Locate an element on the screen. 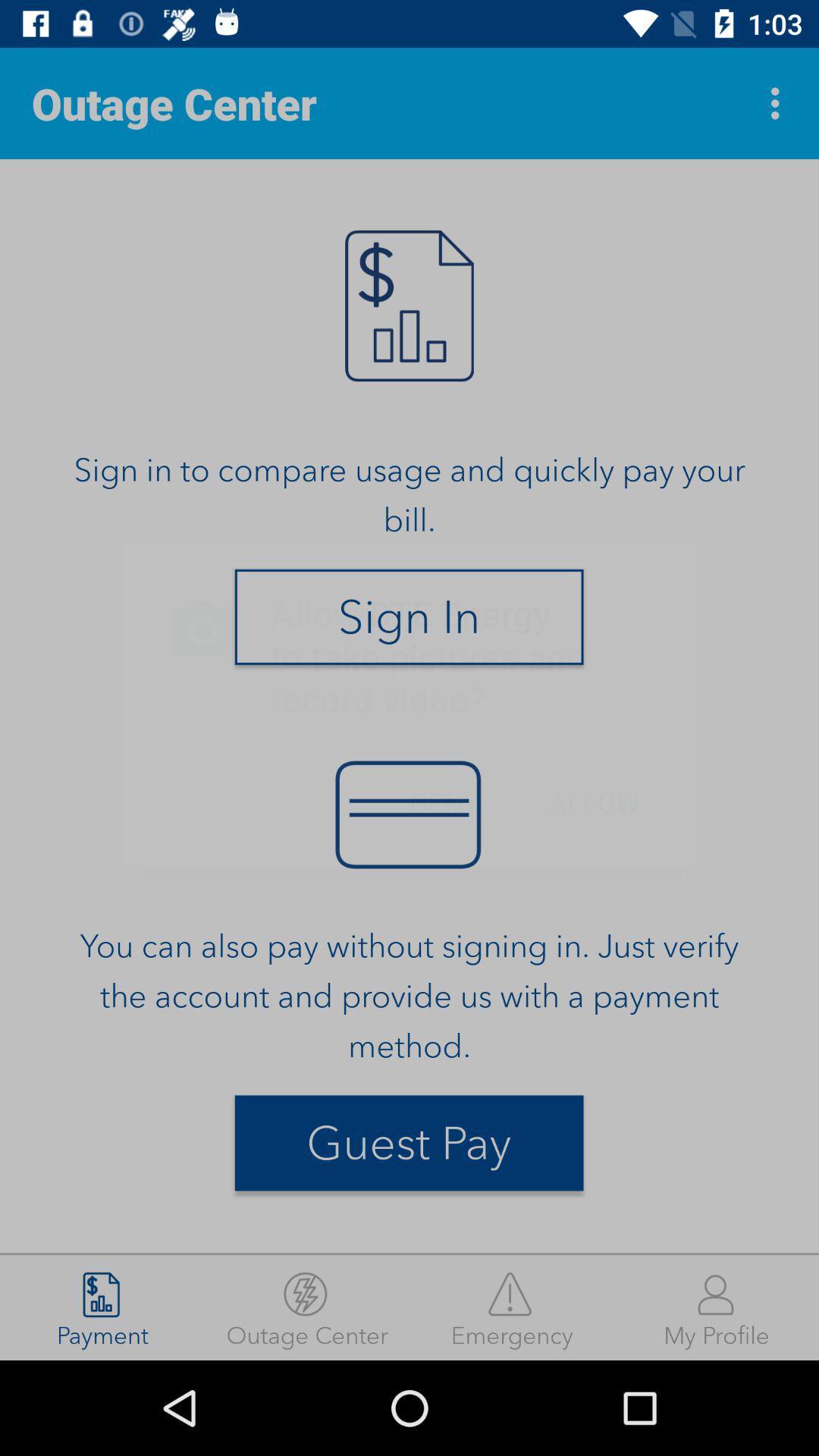 The width and height of the screenshot is (819, 1456). the item next to outage center item is located at coordinates (512, 1307).